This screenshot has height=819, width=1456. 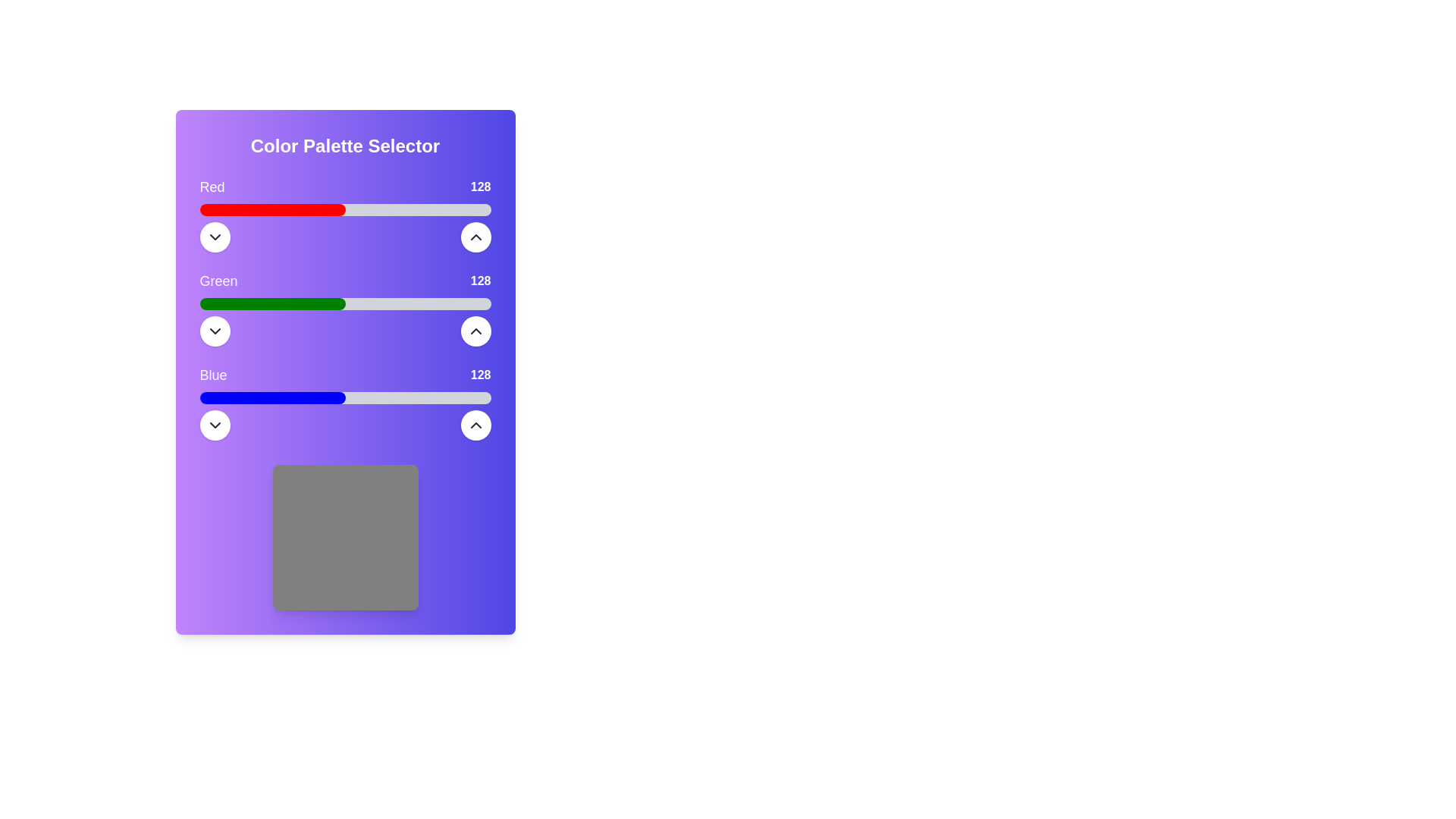 What do you see at coordinates (344, 214) in the screenshot?
I see `the progress bar representing the intensity of the red component, labeled 'Red', in the 'Color Palette Selector' section` at bounding box center [344, 214].